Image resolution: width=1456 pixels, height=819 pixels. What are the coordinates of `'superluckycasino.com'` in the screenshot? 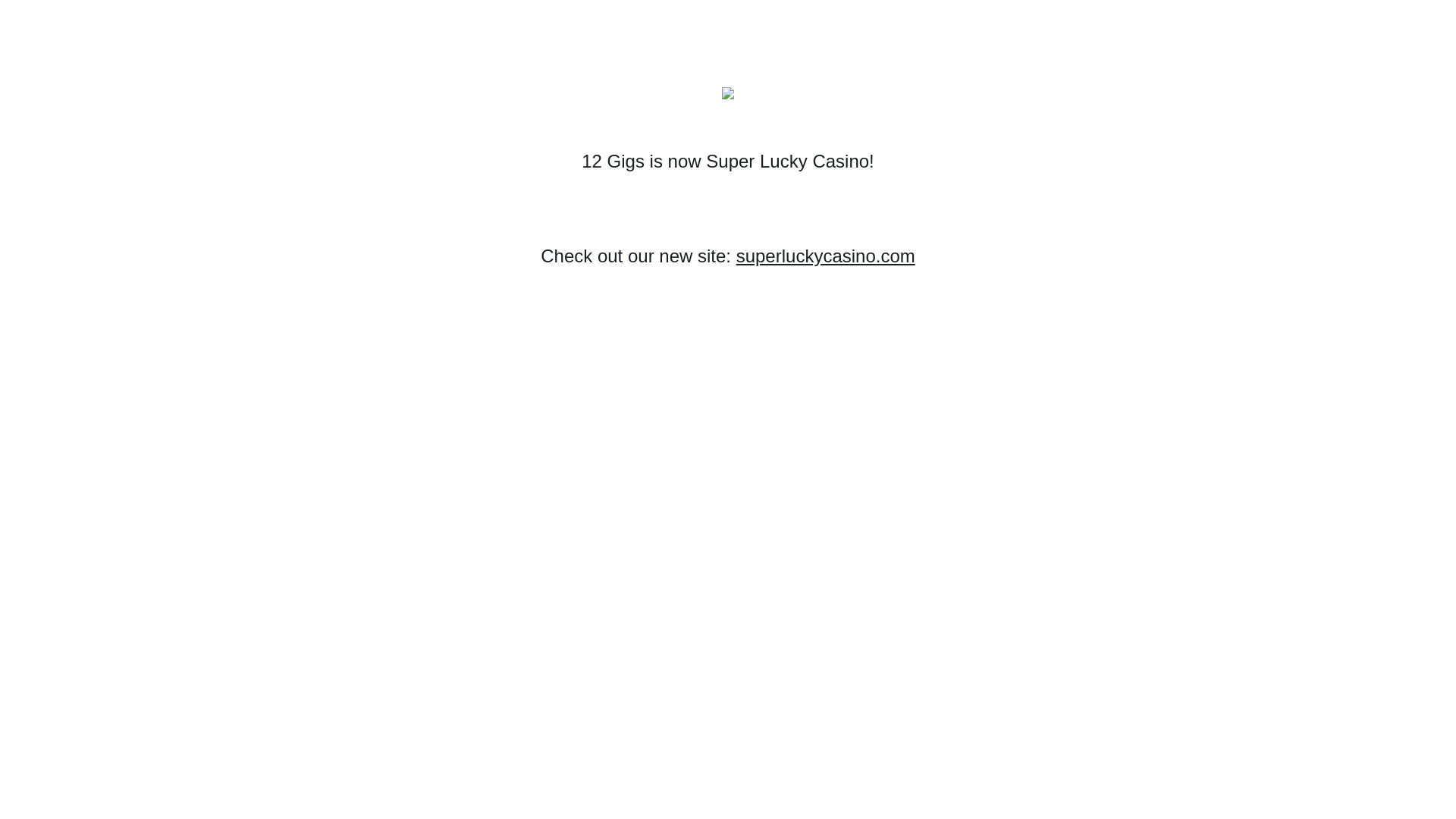 It's located at (736, 255).